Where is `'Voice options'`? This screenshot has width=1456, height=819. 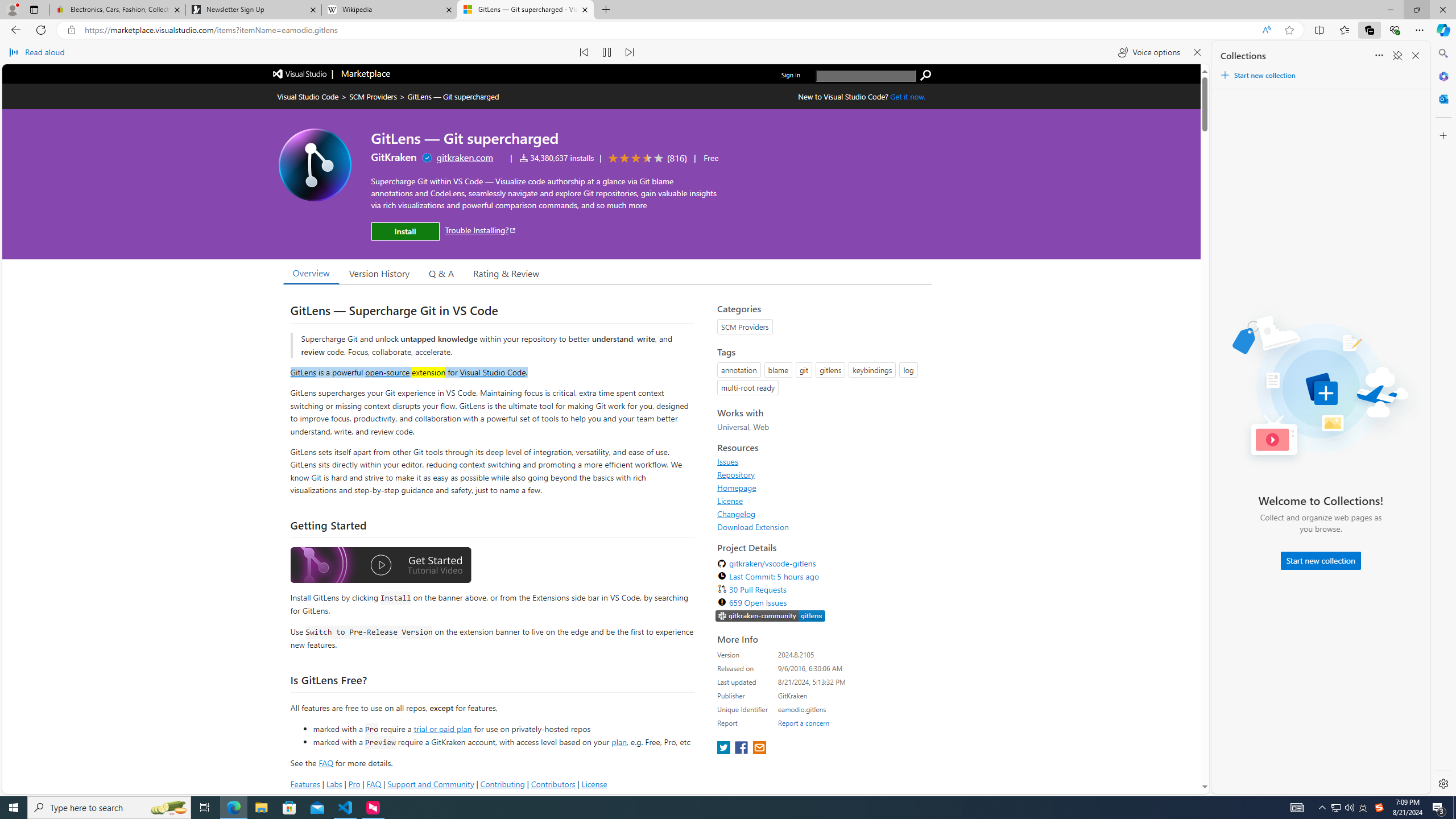
'Voice options' is located at coordinates (1149, 52).